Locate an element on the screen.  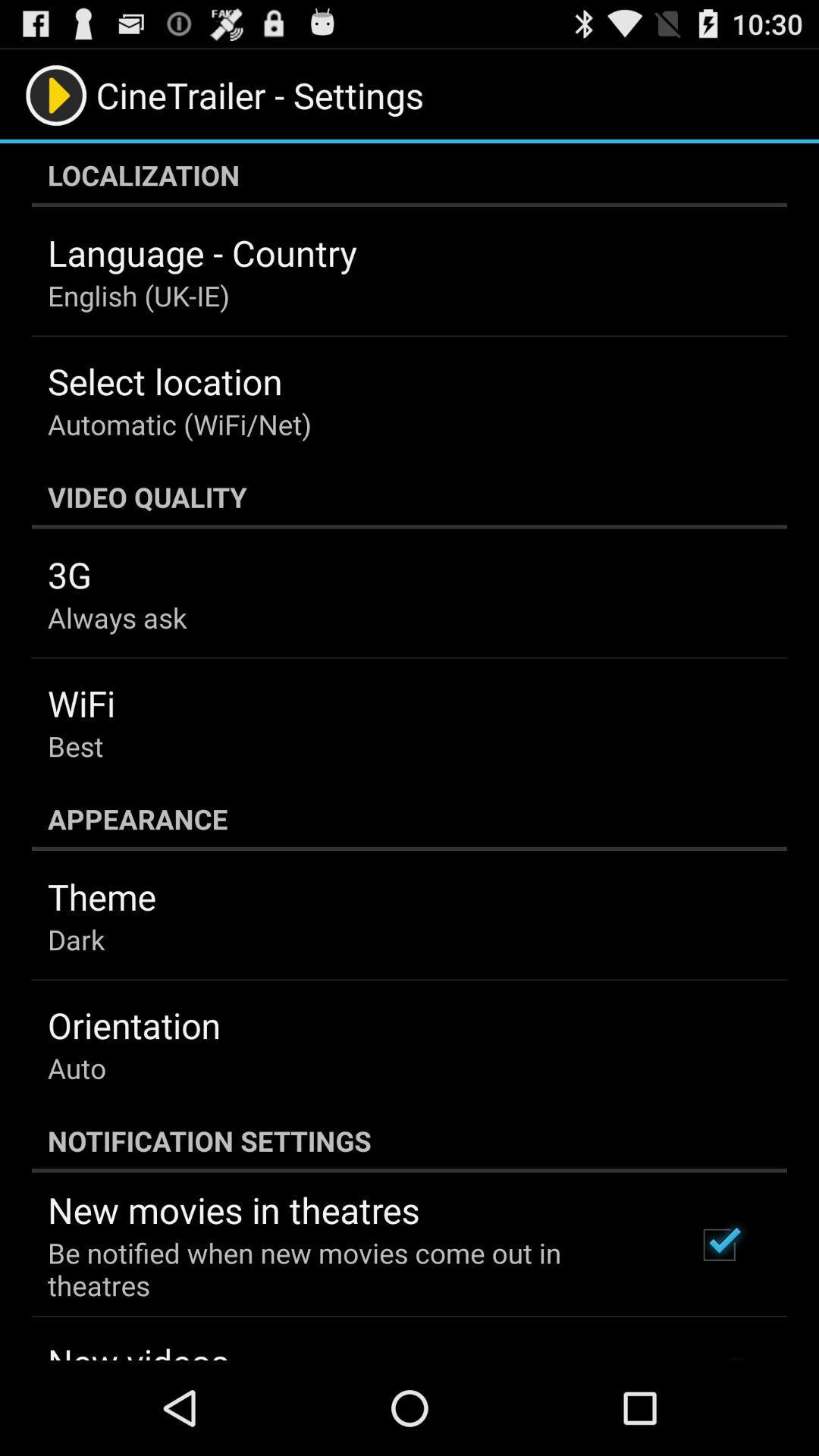
the item above automatic (wifi/net) item is located at coordinates (165, 381).